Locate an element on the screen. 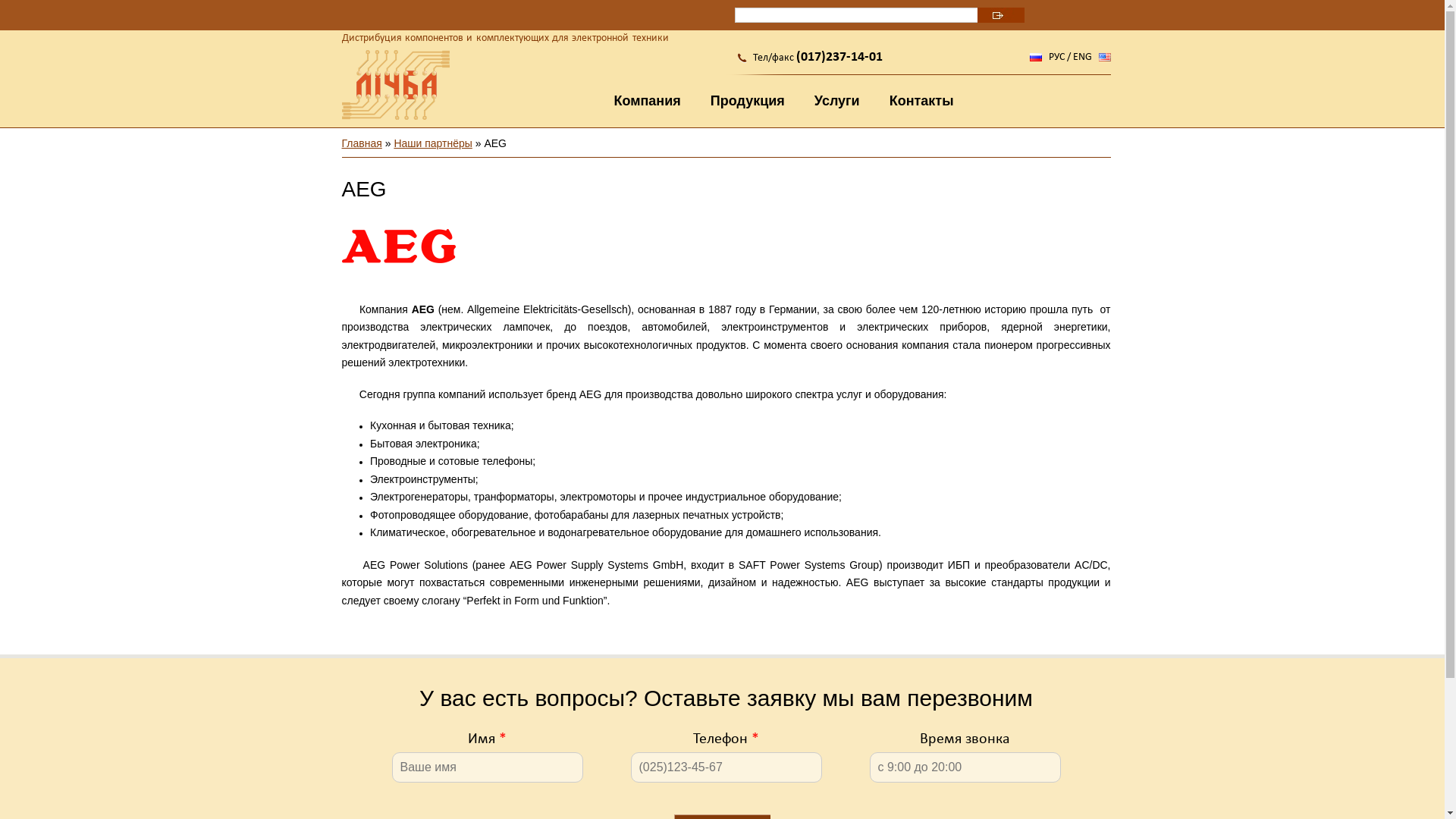 The height and width of the screenshot is (819, 1456). 'ENG' is located at coordinates (1072, 56).